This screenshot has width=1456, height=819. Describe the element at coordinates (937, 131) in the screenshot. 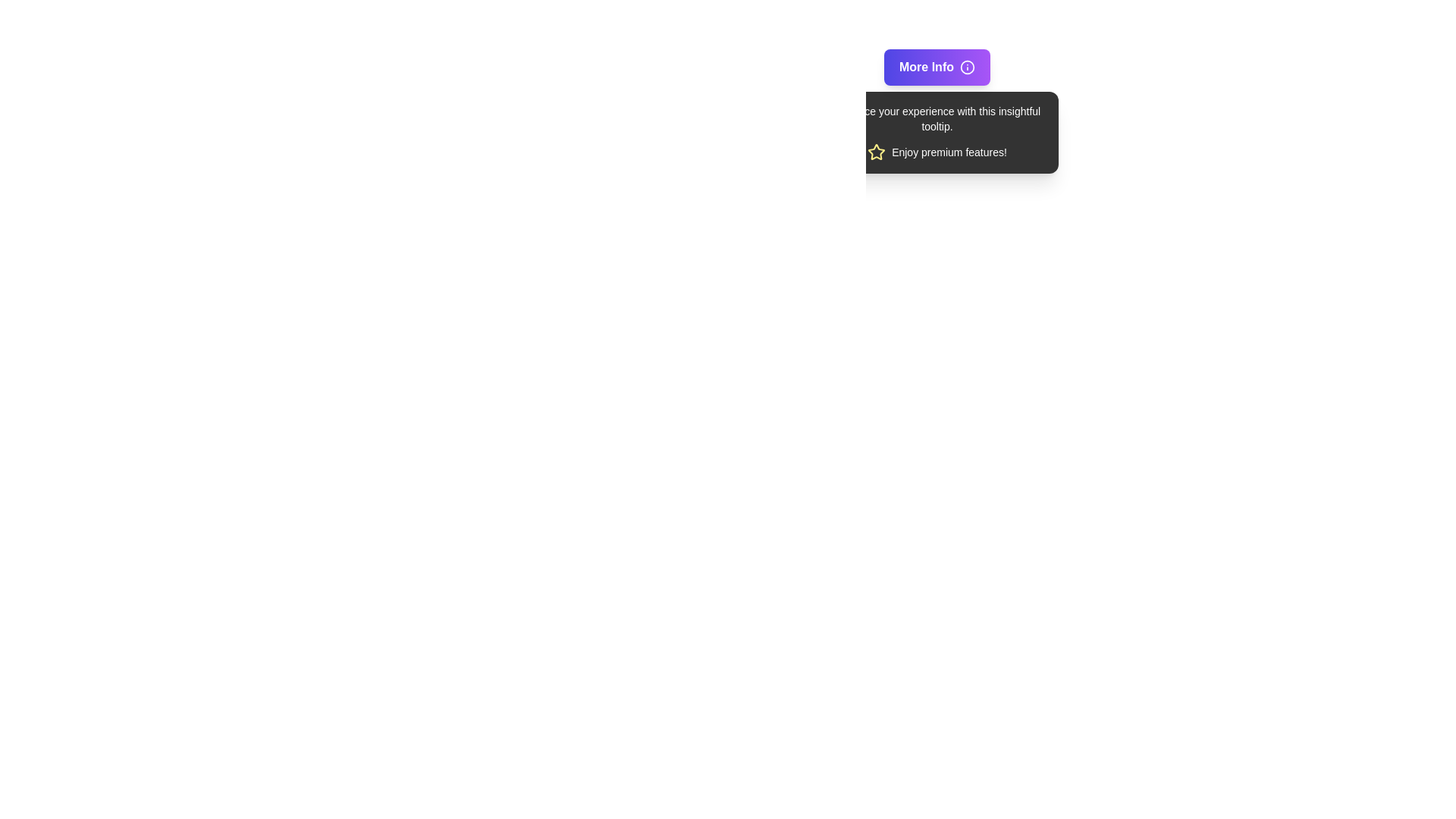

I see `the black tooltip with a semi-transparent background, white text, and a yellow star icon, positioned below the purple 'More Info' button` at that location.